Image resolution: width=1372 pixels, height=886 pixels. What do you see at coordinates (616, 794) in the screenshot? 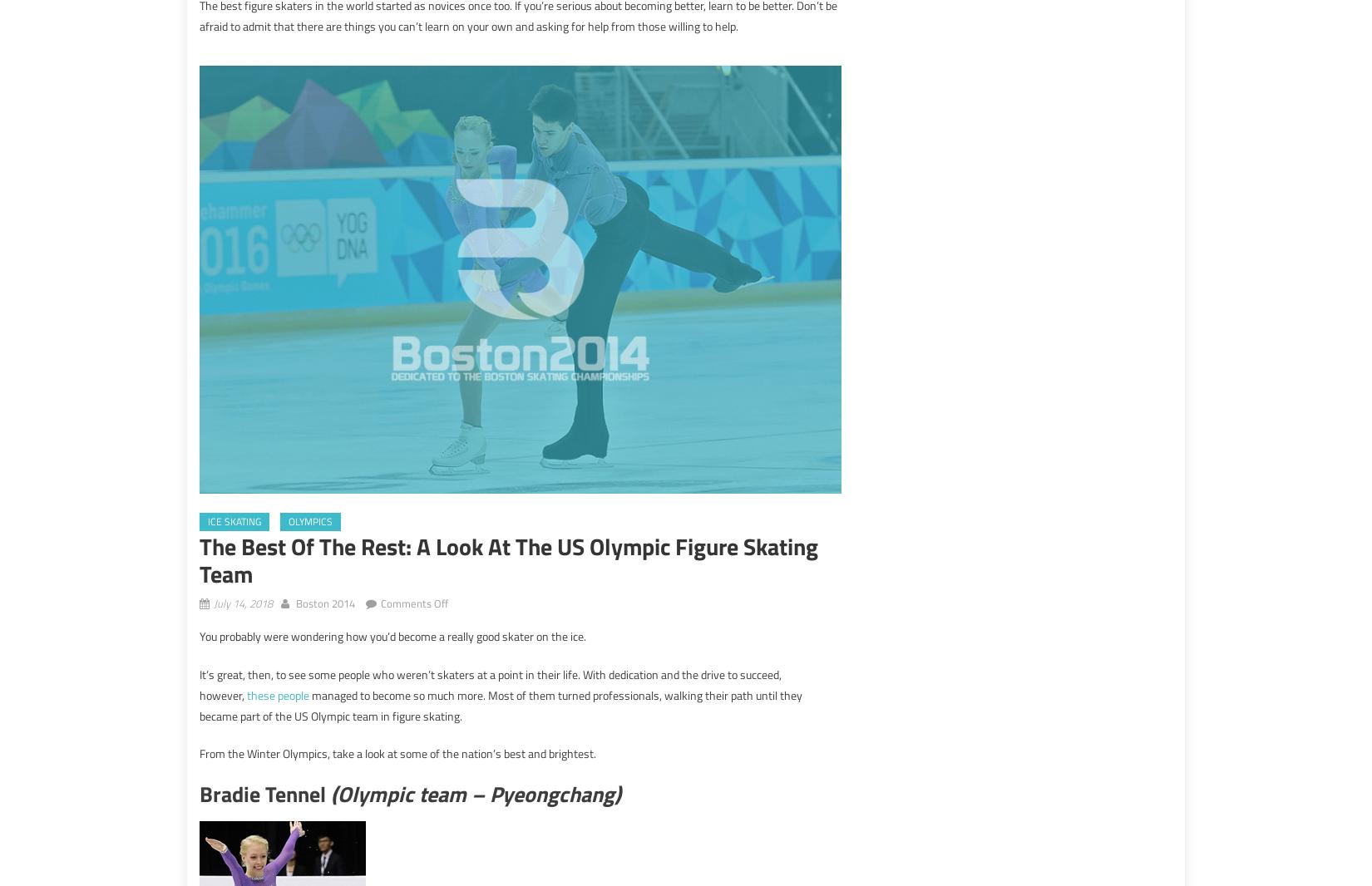
I see `')'` at bounding box center [616, 794].